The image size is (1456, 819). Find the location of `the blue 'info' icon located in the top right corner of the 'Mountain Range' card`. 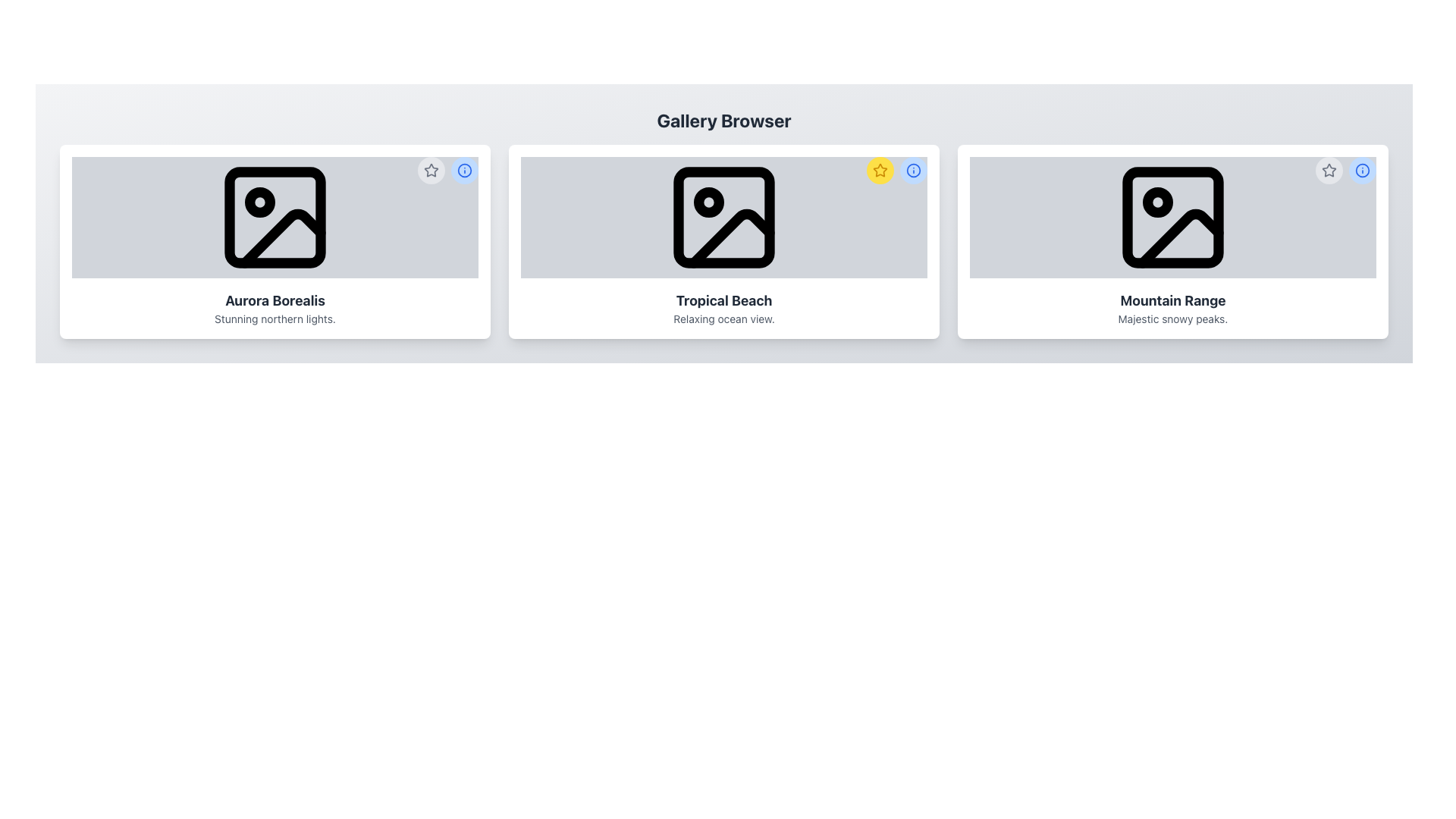

the blue 'info' icon located in the top right corner of the 'Mountain Range' card is located at coordinates (1346, 170).